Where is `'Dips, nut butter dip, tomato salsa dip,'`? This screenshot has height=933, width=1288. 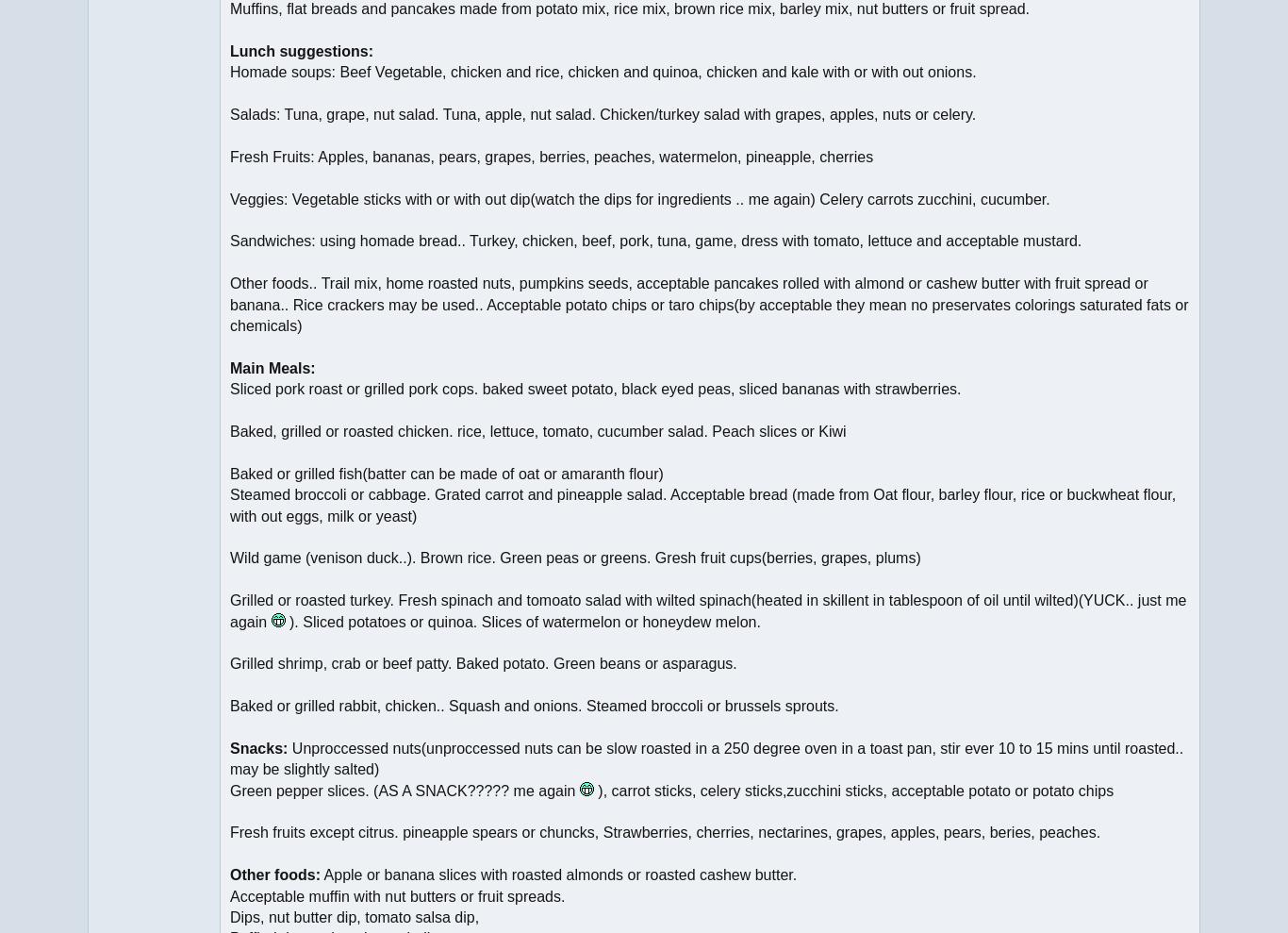 'Dips, nut butter dip, tomato salsa dip,' is located at coordinates (354, 916).